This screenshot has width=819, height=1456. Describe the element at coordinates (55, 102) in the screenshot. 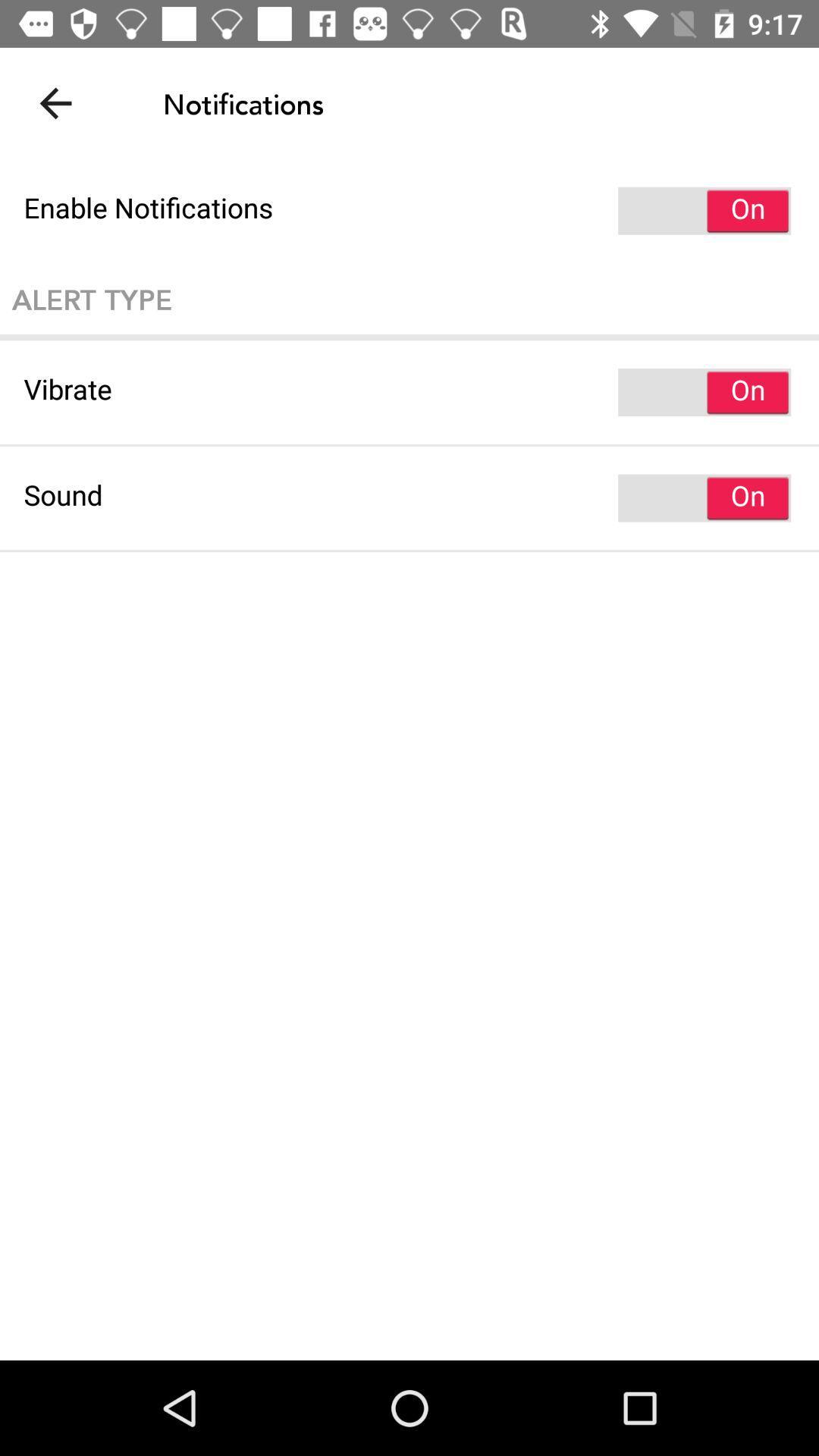

I see `item at the top left corner` at that location.